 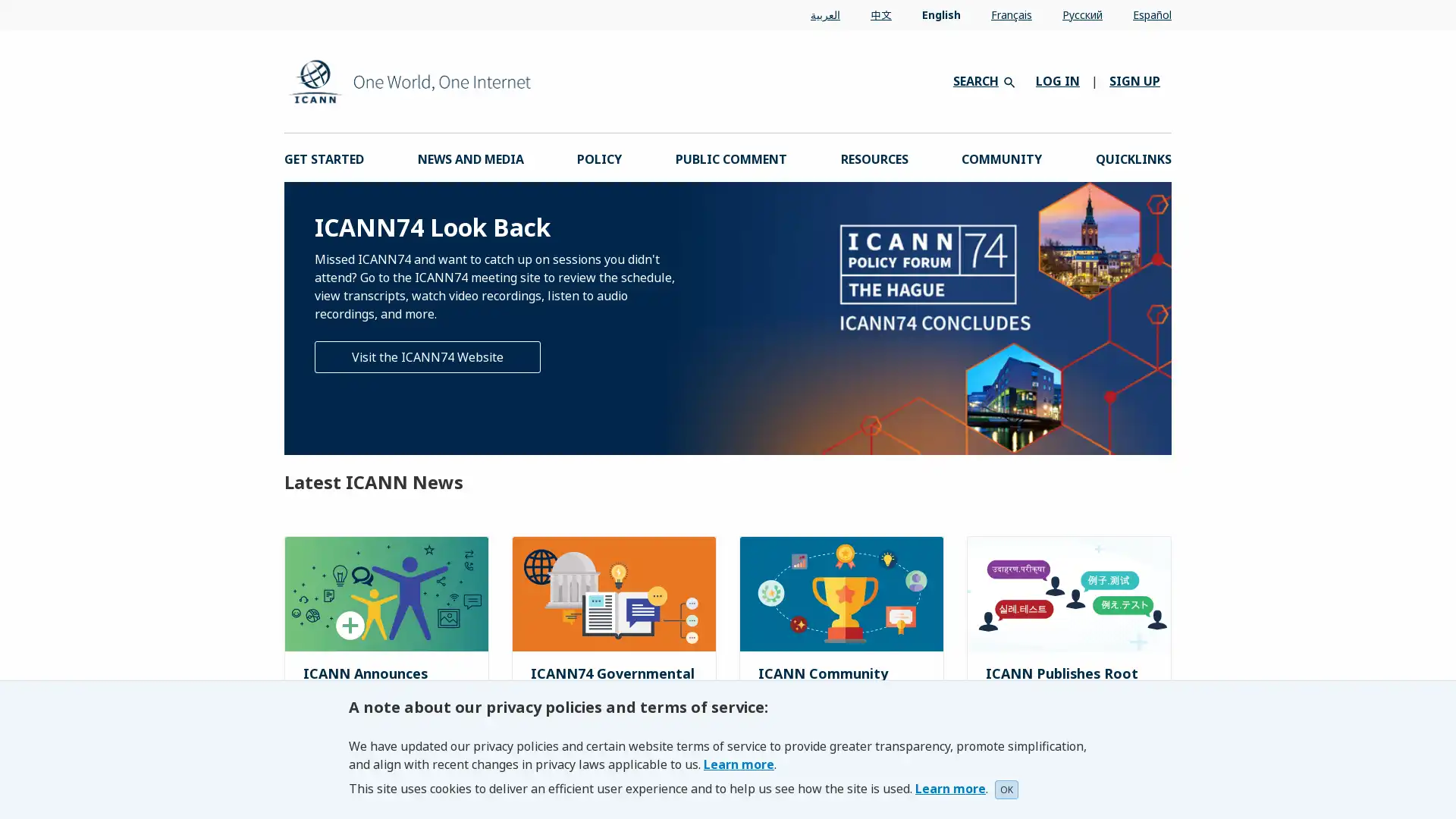 What do you see at coordinates (427, 356) in the screenshot?
I see `Visit the ICANN74 Website` at bounding box center [427, 356].